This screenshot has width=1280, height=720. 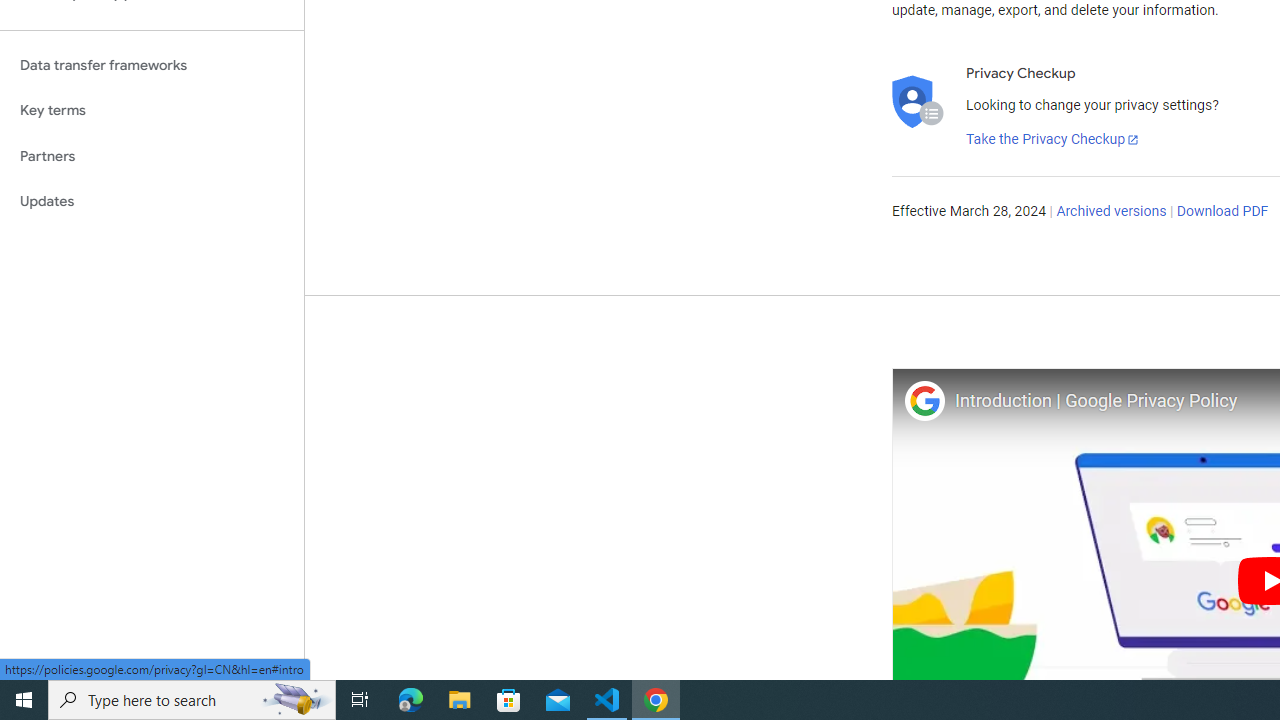 I want to click on 'Take the Privacy Checkup', so click(x=1052, y=139).